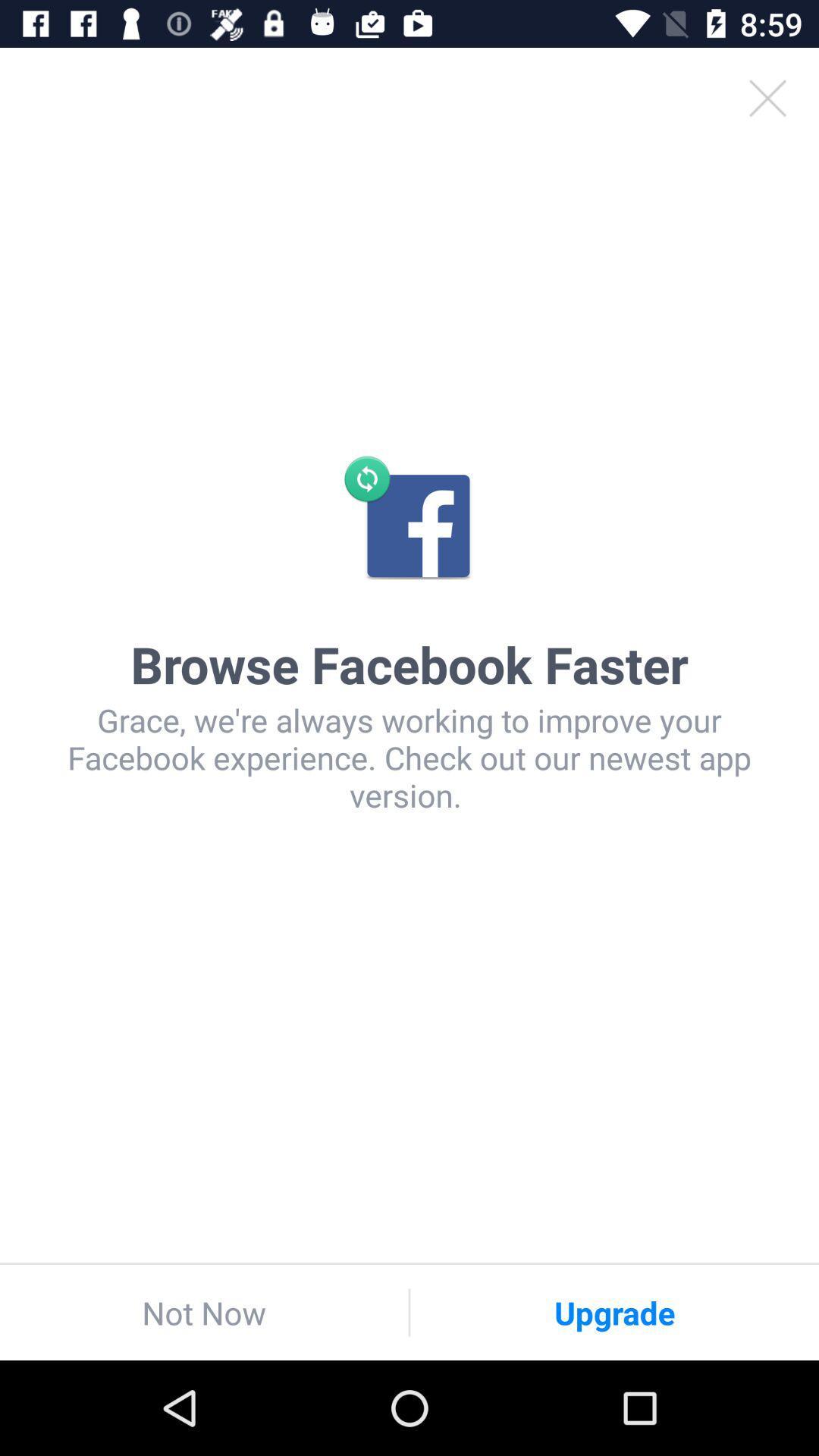 The height and width of the screenshot is (1456, 819). I want to click on the not now, so click(203, 1312).